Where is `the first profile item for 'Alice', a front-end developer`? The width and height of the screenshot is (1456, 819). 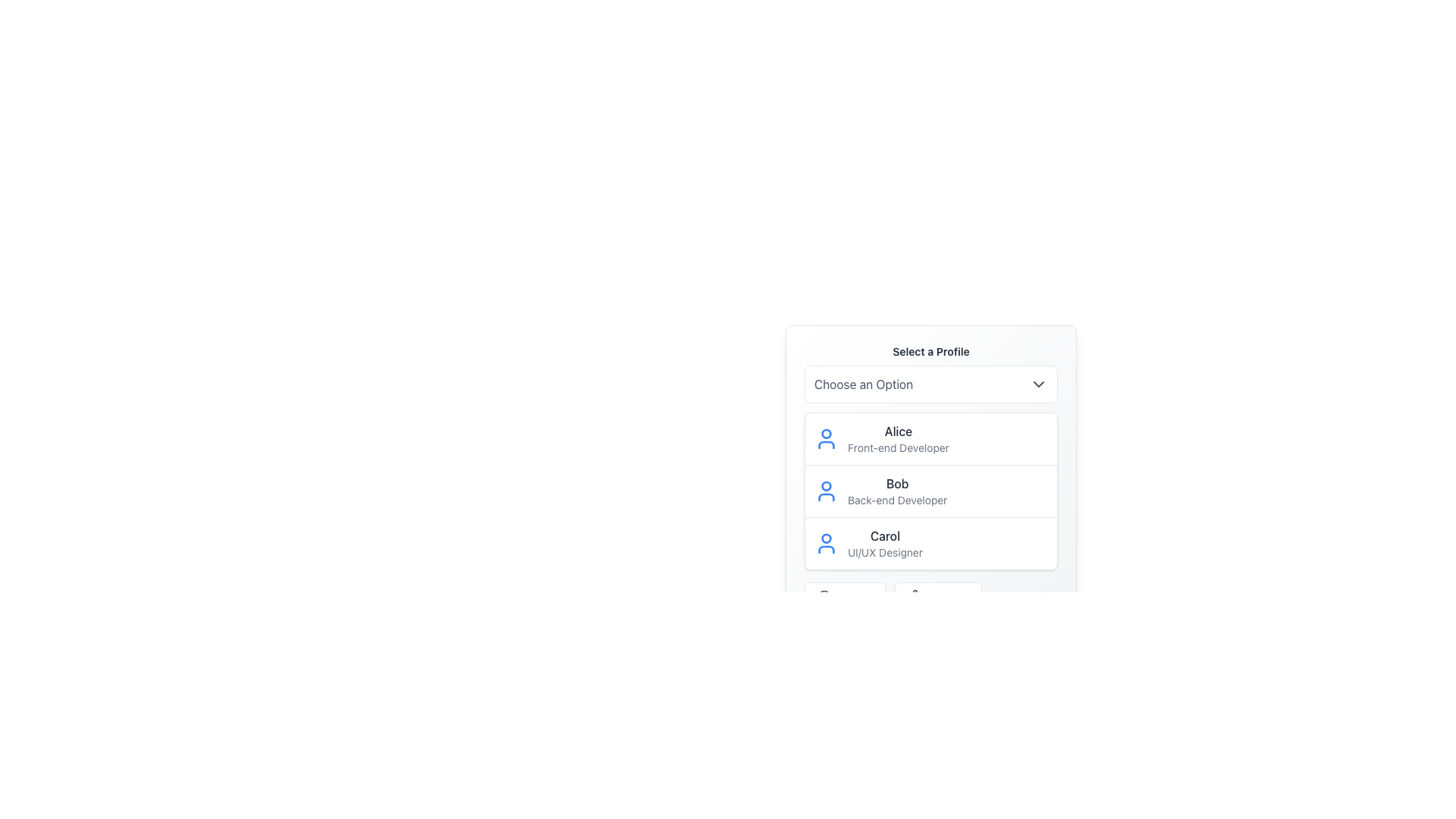 the first profile item for 'Alice', a front-end developer is located at coordinates (881, 438).